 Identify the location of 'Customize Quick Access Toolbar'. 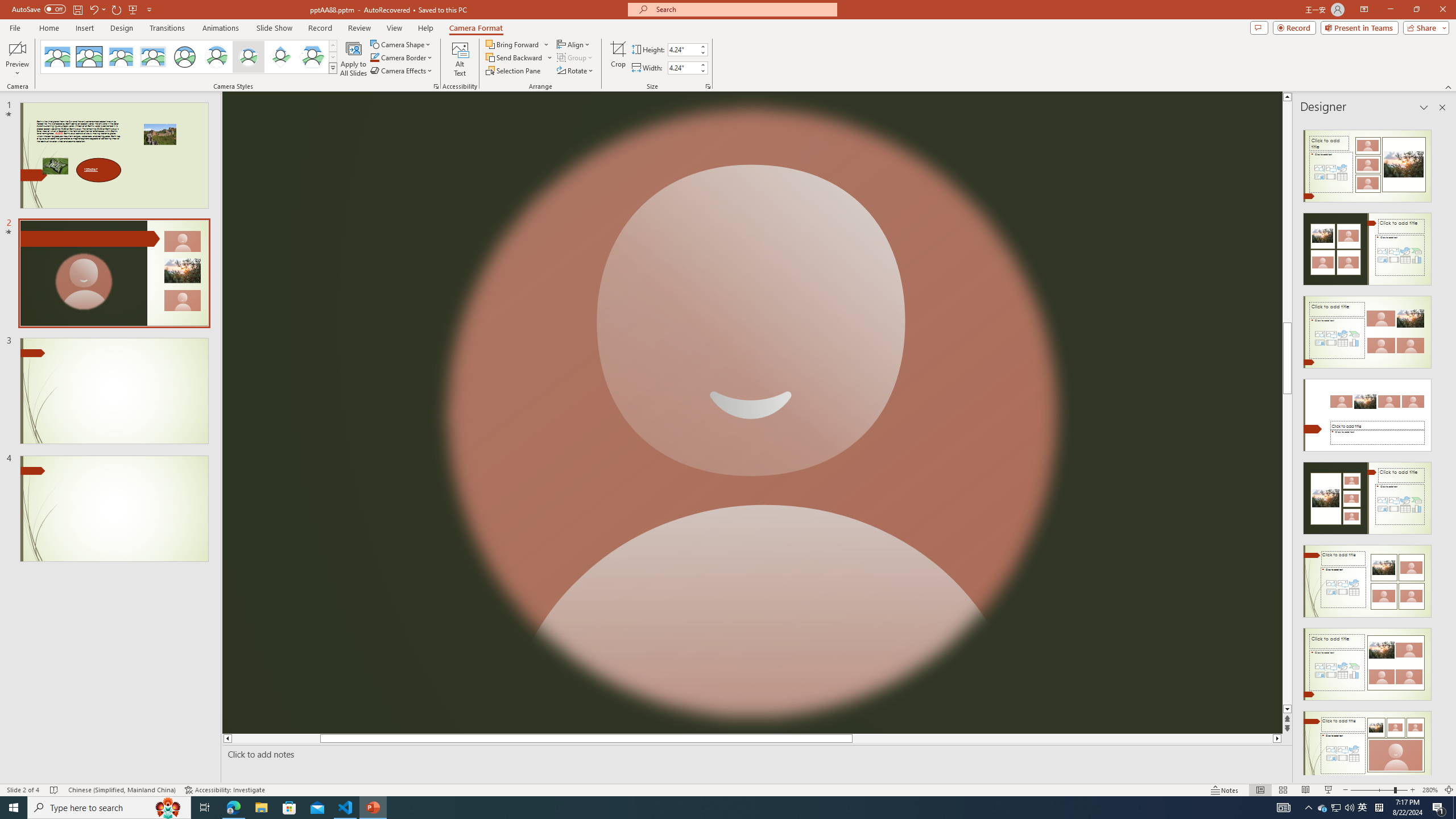
(148, 9).